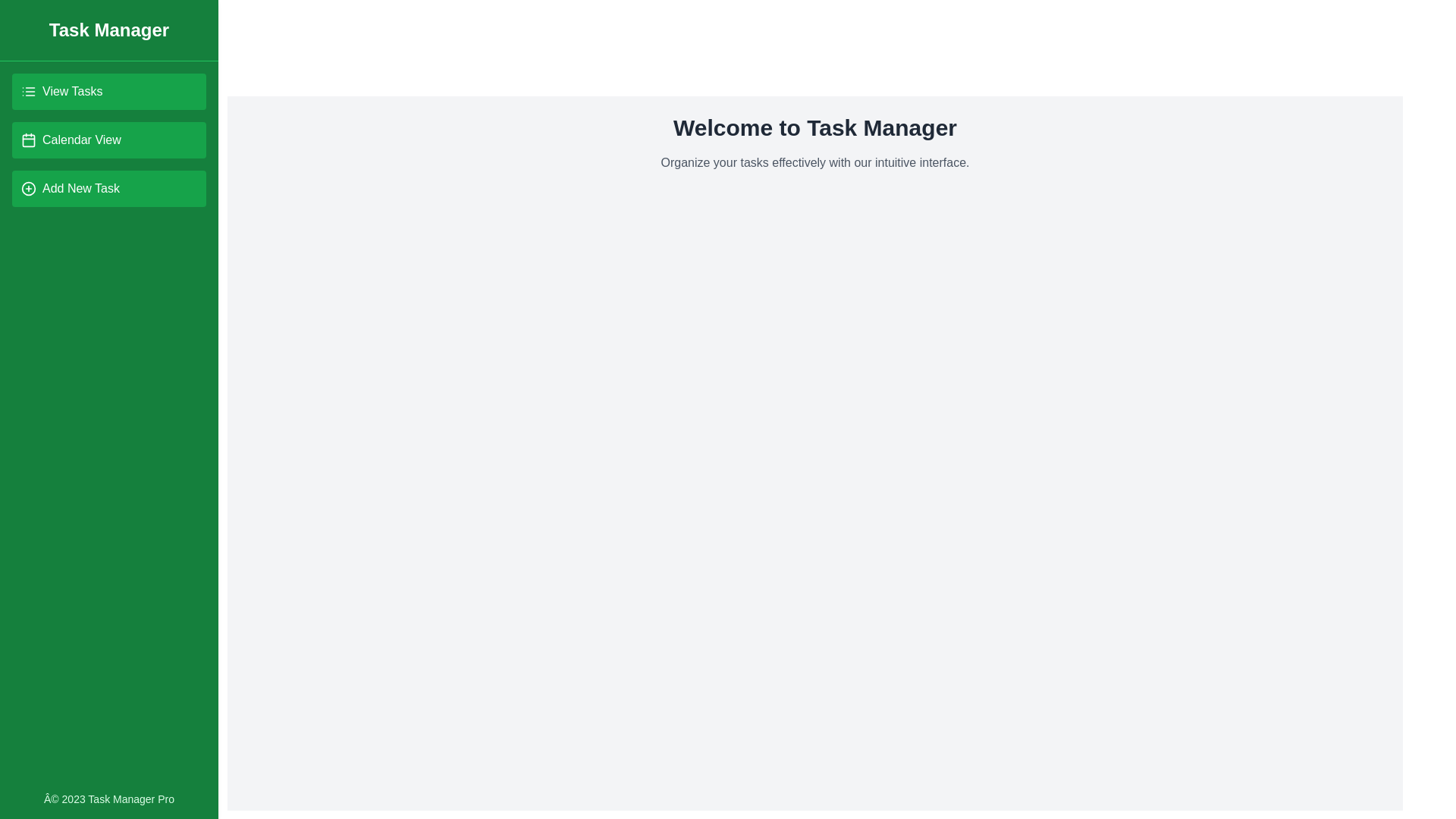 The image size is (1456, 819). Describe the element at coordinates (108, 188) in the screenshot. I see `the 'Add New Task' button` at that location.